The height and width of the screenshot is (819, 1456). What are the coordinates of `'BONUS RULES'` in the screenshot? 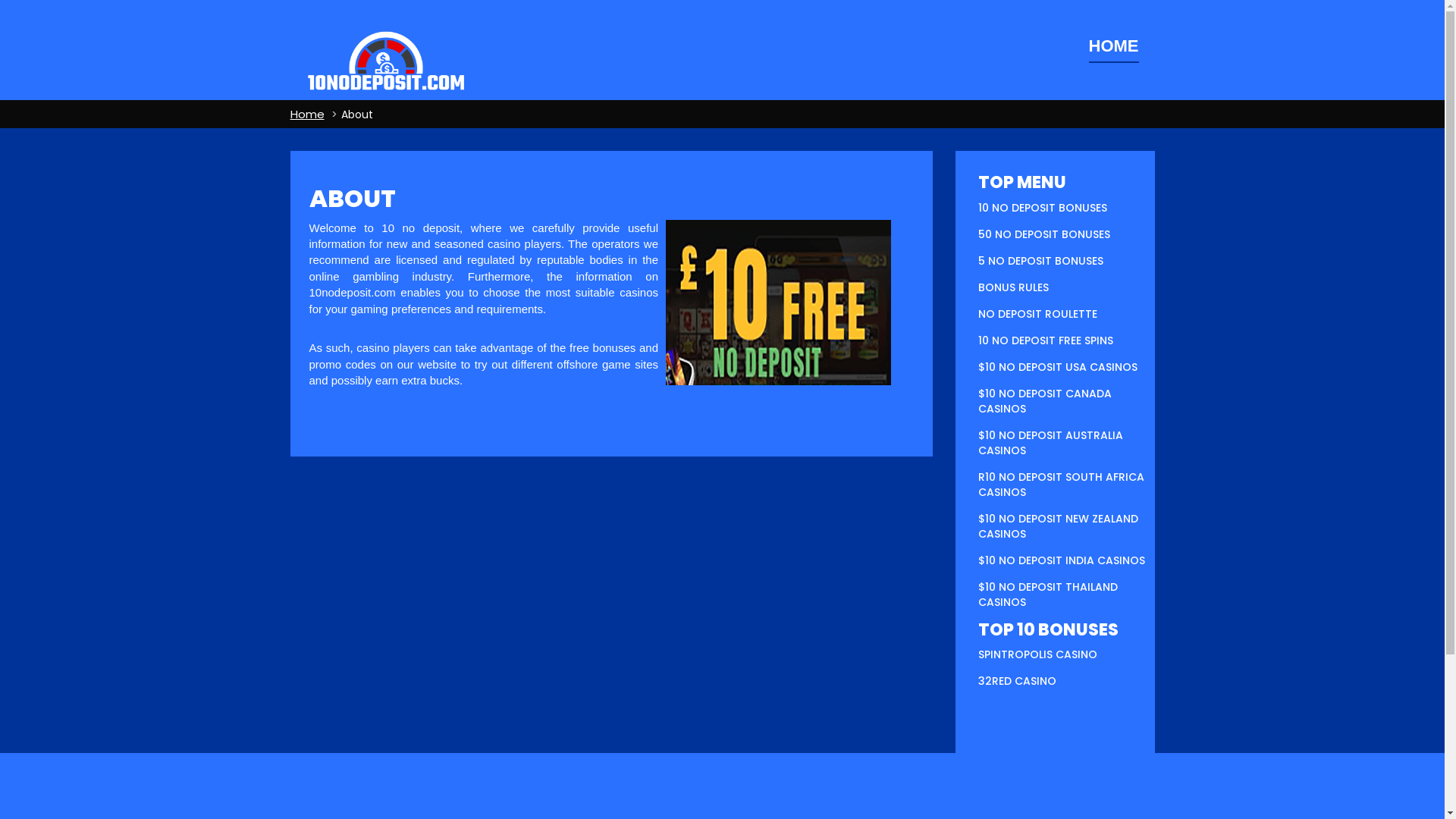 It's located at (1013, 287).